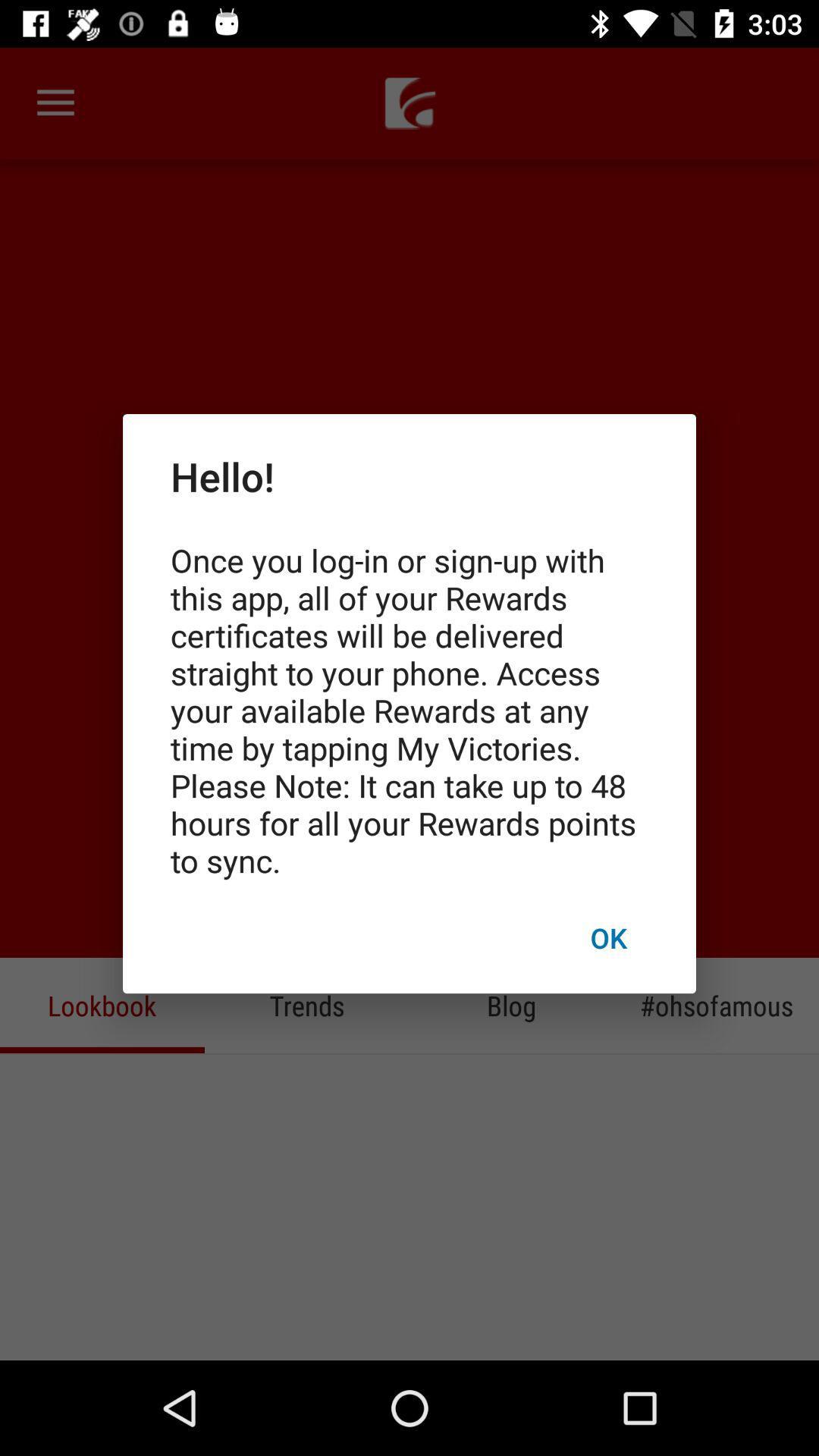  Describe the element at coordinates (607, 937) in the screenshot. I see `the ok item` at that location.